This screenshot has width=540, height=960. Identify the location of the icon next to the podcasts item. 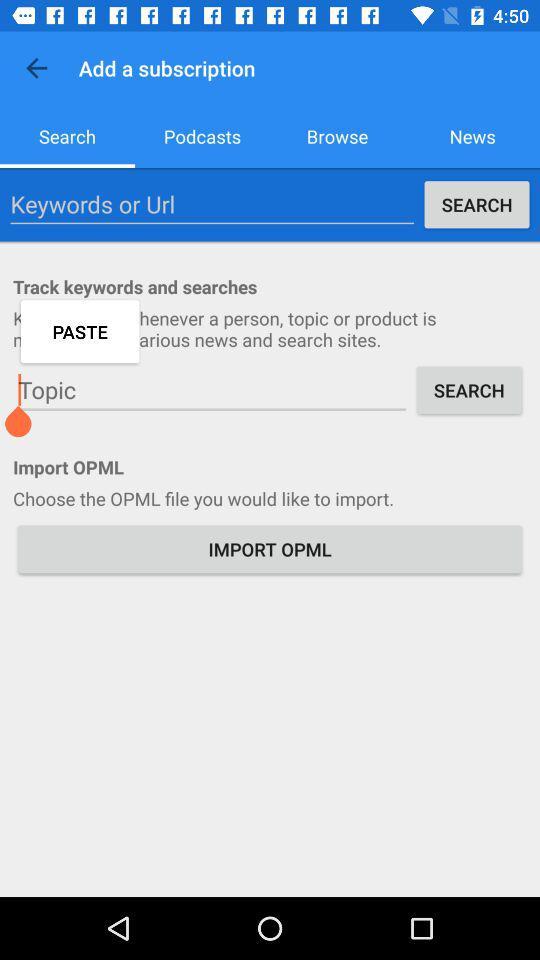
(337, 135).